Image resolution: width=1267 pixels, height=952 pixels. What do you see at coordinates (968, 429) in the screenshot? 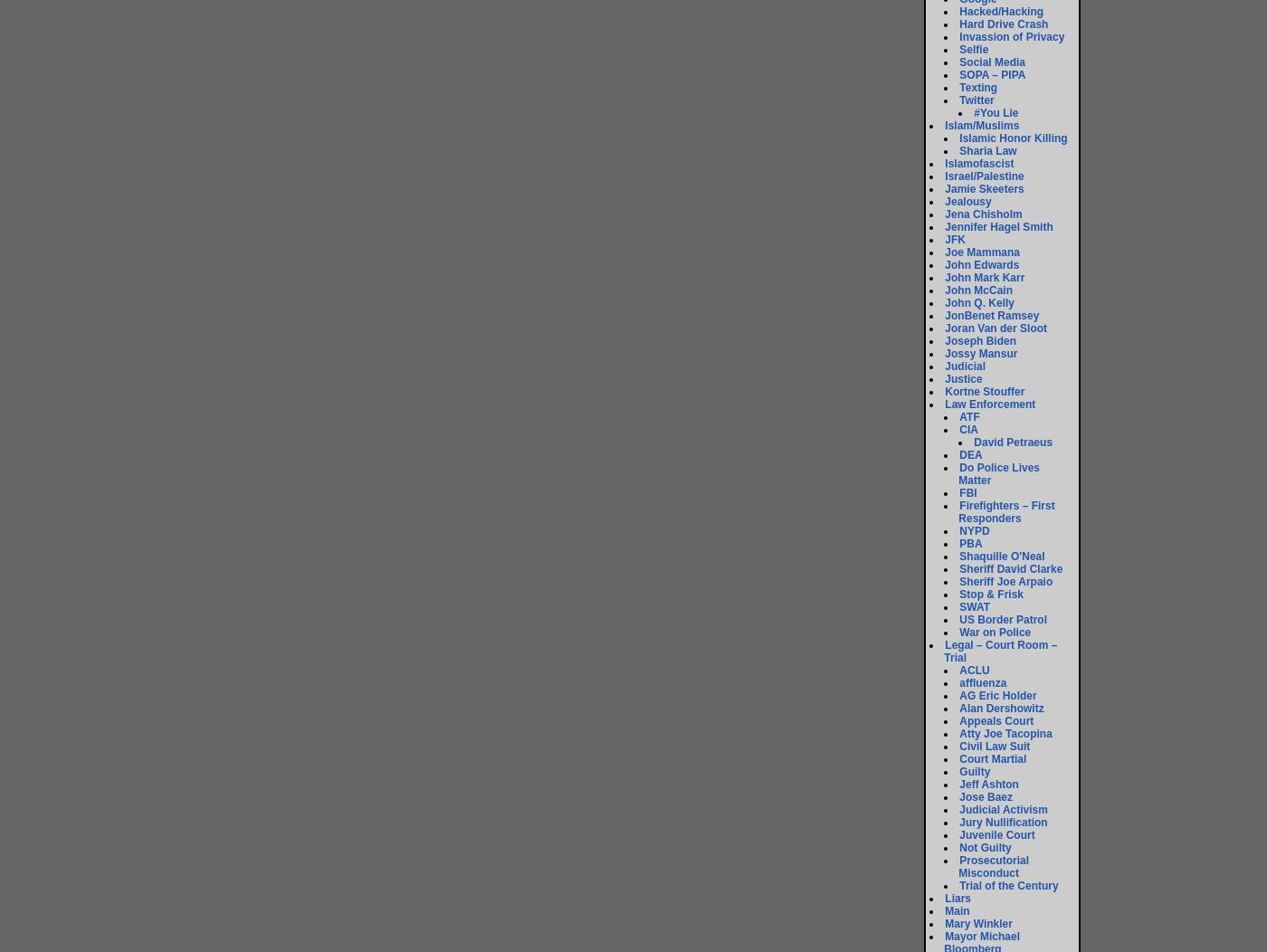
I see `'CIA'` at bounding box center [968, 429].